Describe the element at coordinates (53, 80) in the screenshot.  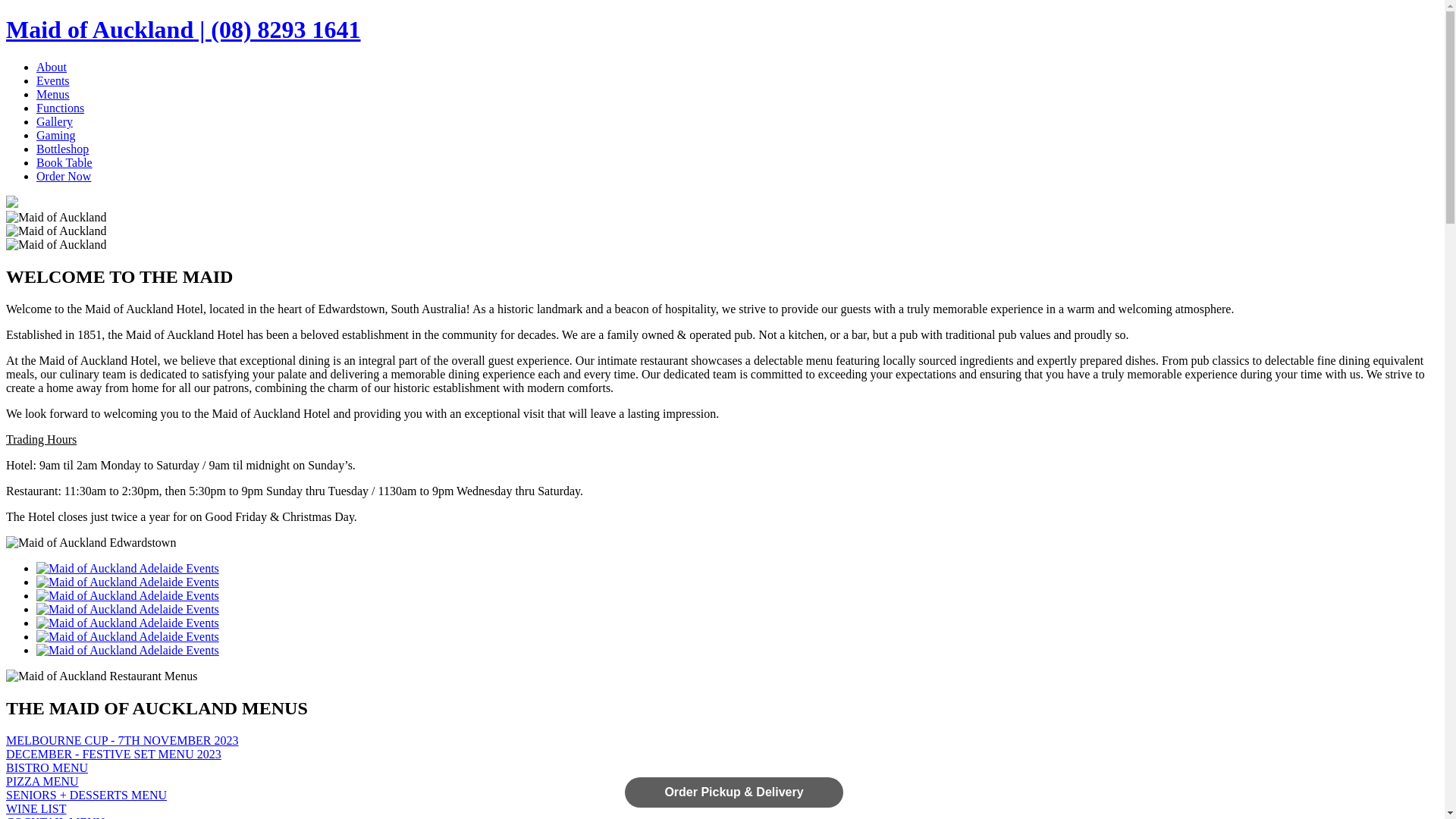
I see `'Events'` at that location.